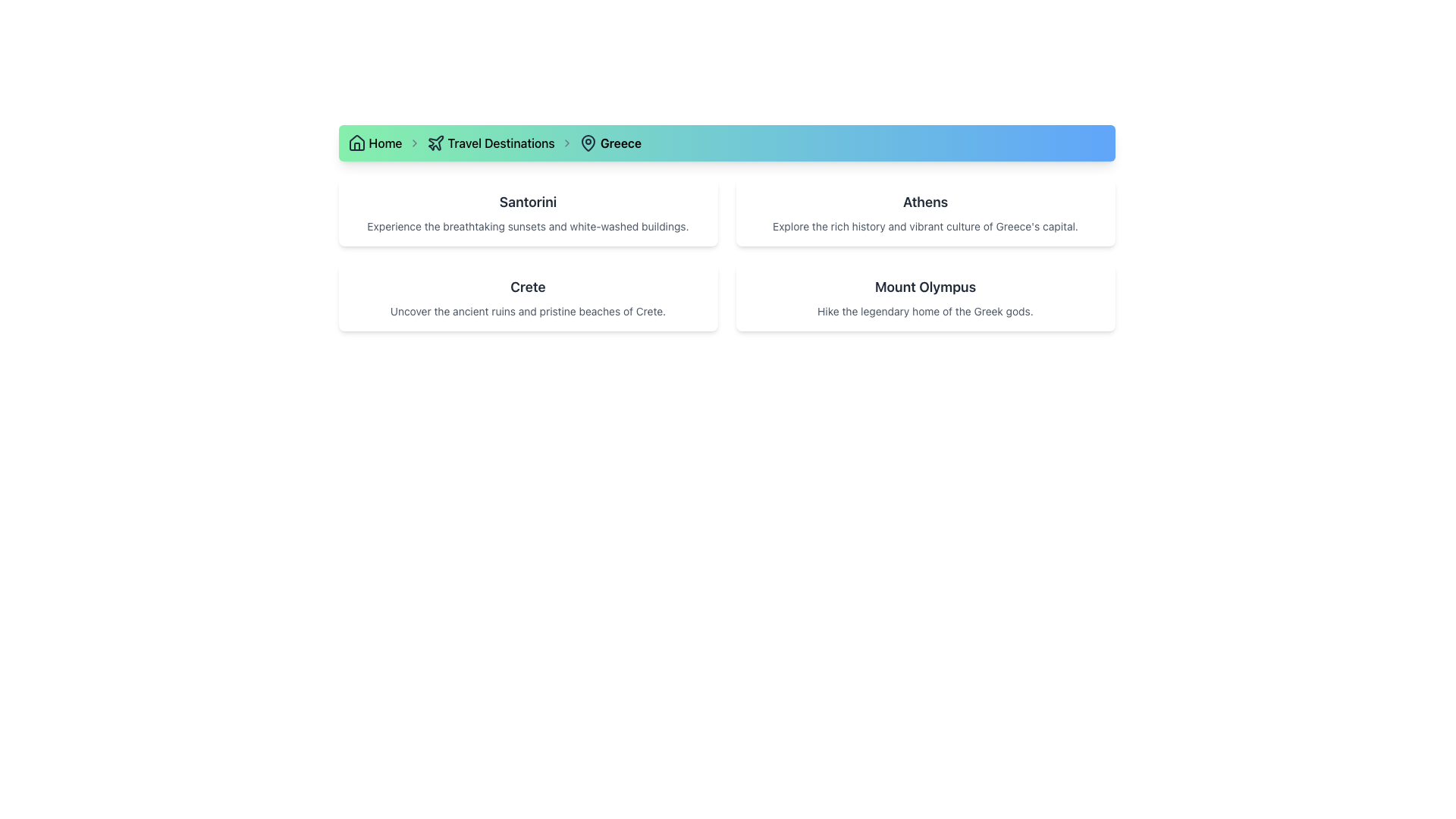 The width and height of the screenshot is (1456, 819). What do you see at coordinates (726, 143) in the screenshot?
I see `the Breadcrumb Navigation Bar located at the top center of the interface` at bounding box center [726, 143].